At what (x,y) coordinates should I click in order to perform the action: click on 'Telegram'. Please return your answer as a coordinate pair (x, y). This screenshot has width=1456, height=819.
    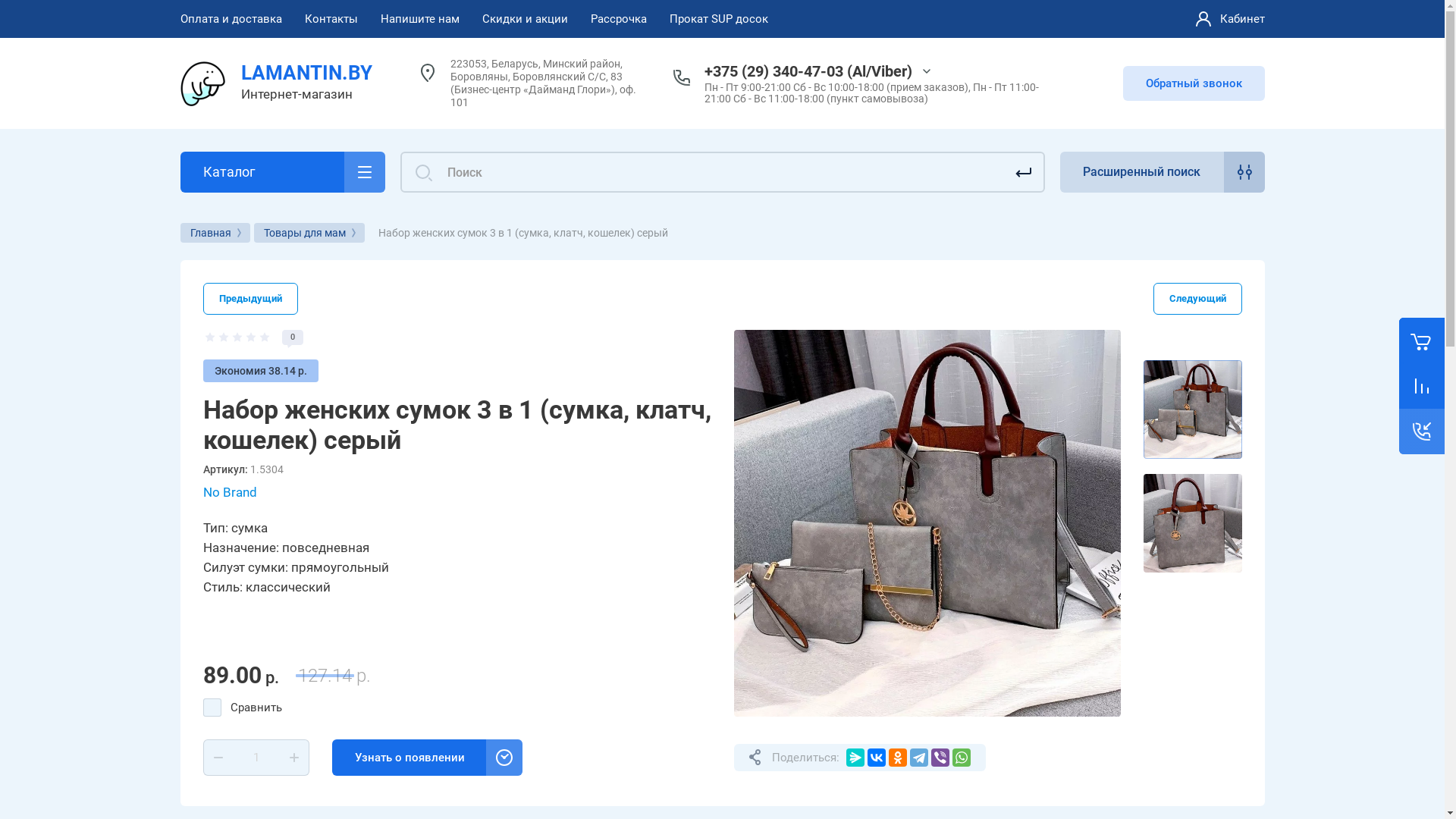
    Looking at the image, I should click on (918, 758).